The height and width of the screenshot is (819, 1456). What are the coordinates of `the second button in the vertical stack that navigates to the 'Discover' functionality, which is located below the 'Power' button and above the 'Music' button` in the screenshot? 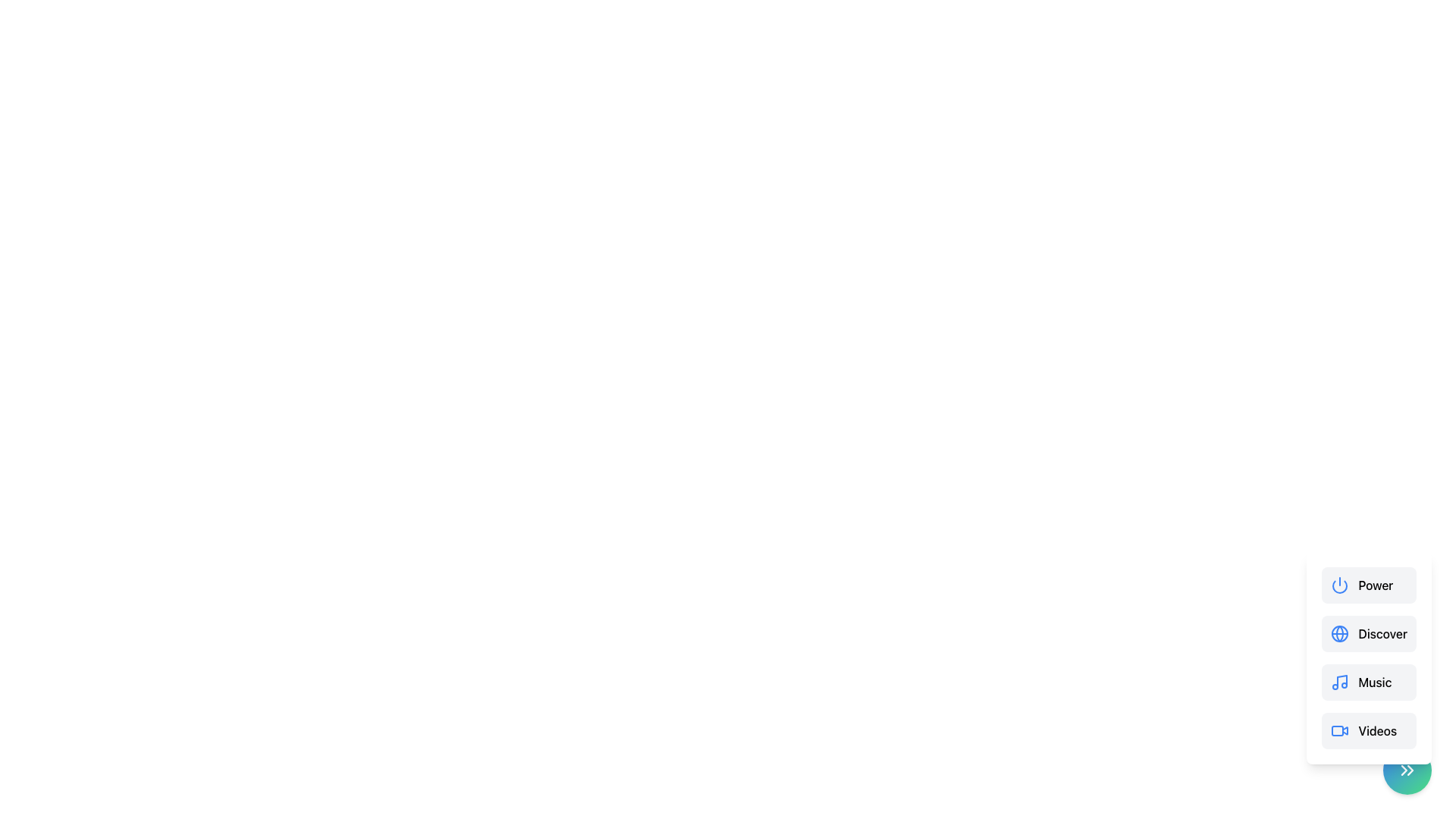 It's located at (1369, 657).